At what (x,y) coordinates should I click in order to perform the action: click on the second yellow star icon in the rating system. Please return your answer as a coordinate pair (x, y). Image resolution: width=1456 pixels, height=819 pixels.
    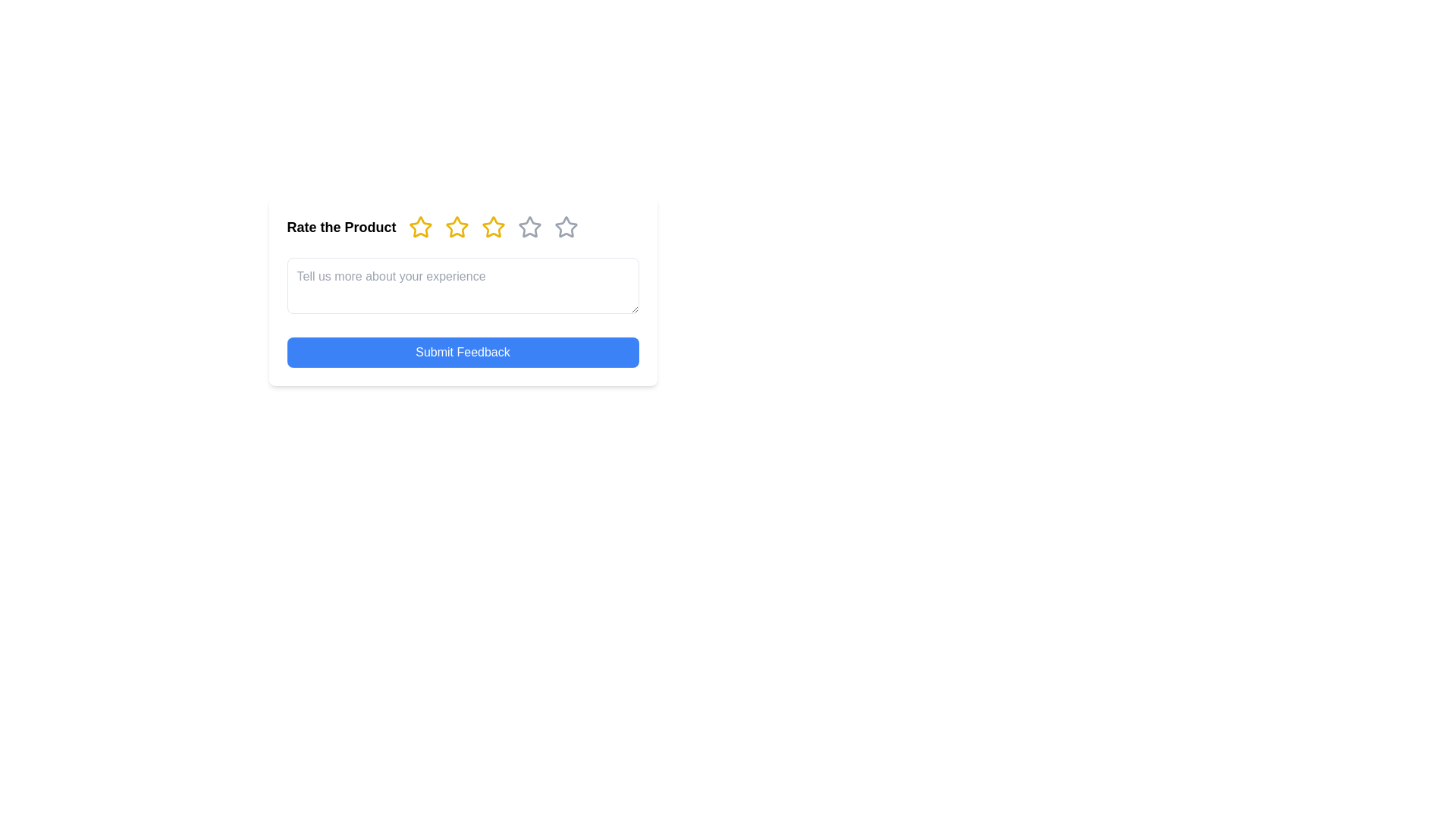
    Looking at the image, I should click on (455, 227).